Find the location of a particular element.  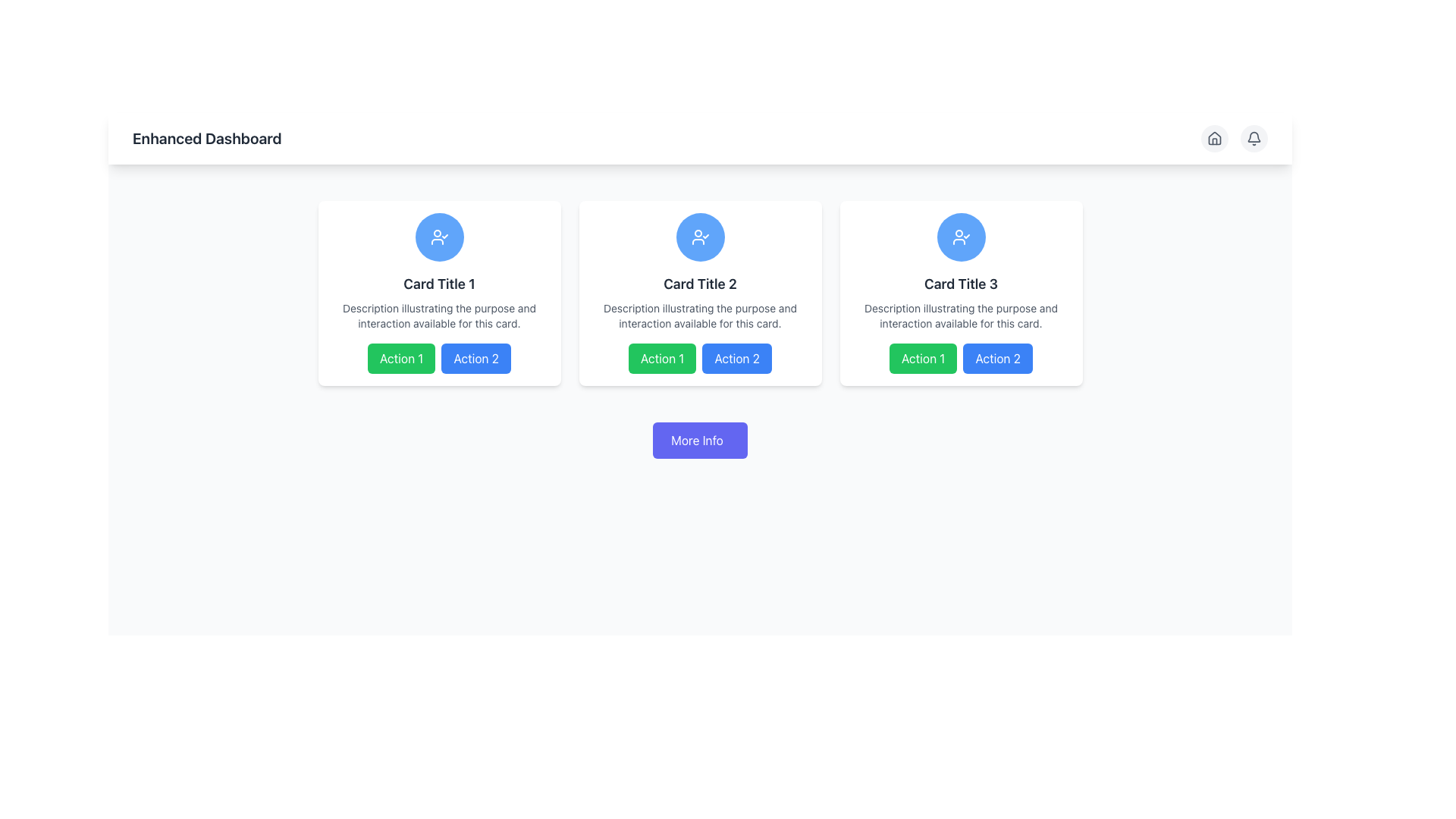

the leftmost button labeled 'Action 1' within the card titled 'Card Title 2' is located at coordinates (662, 359).